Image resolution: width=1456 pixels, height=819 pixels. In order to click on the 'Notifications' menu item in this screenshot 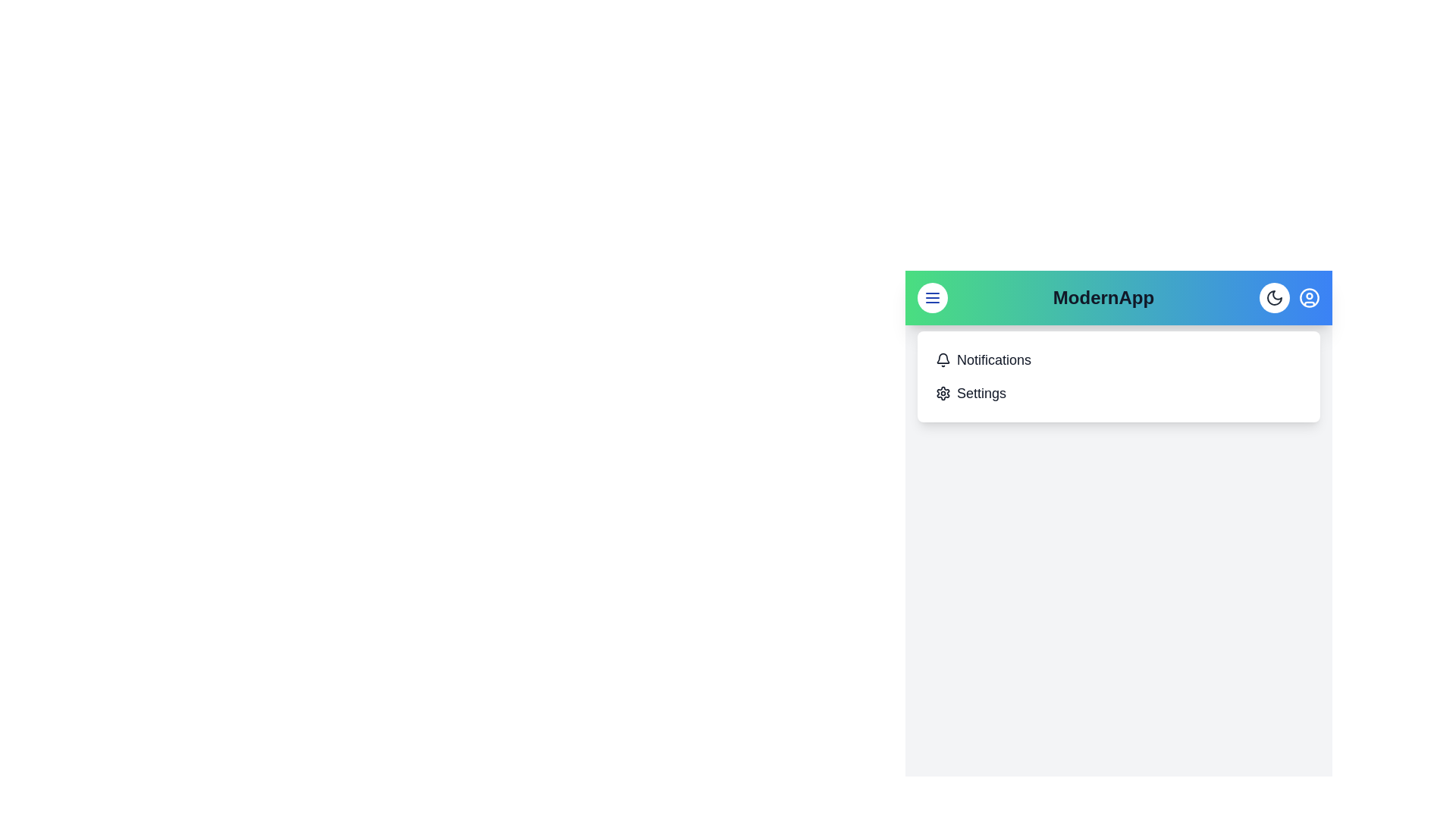, I will do `click(993, 359)`.